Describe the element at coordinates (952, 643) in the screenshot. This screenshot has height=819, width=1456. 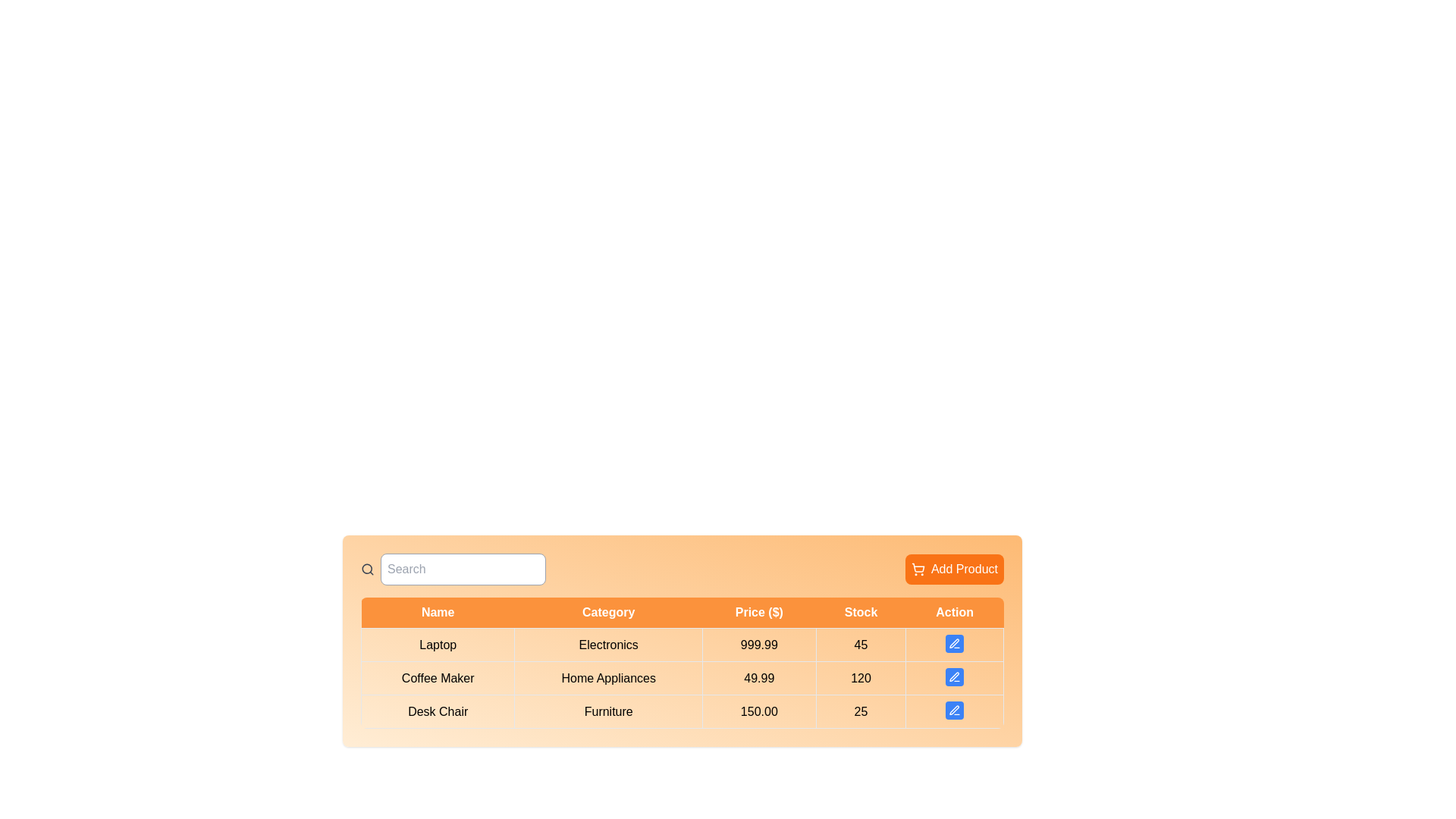
I see `the stylized pen tip icon in the 'Action' column of the product table` at that location.